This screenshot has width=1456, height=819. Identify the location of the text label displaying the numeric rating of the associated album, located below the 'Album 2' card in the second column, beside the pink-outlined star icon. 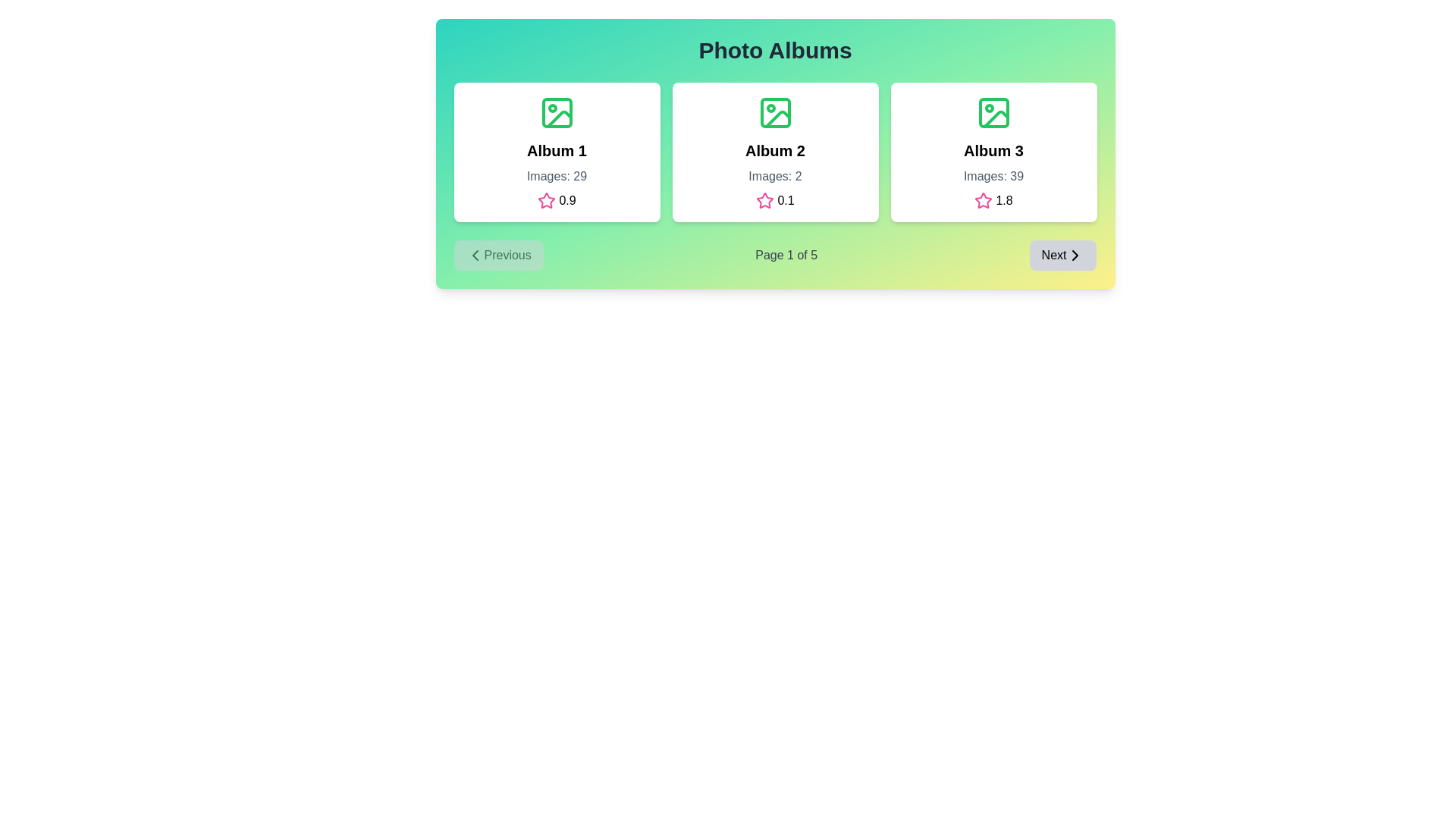
(786, 200).